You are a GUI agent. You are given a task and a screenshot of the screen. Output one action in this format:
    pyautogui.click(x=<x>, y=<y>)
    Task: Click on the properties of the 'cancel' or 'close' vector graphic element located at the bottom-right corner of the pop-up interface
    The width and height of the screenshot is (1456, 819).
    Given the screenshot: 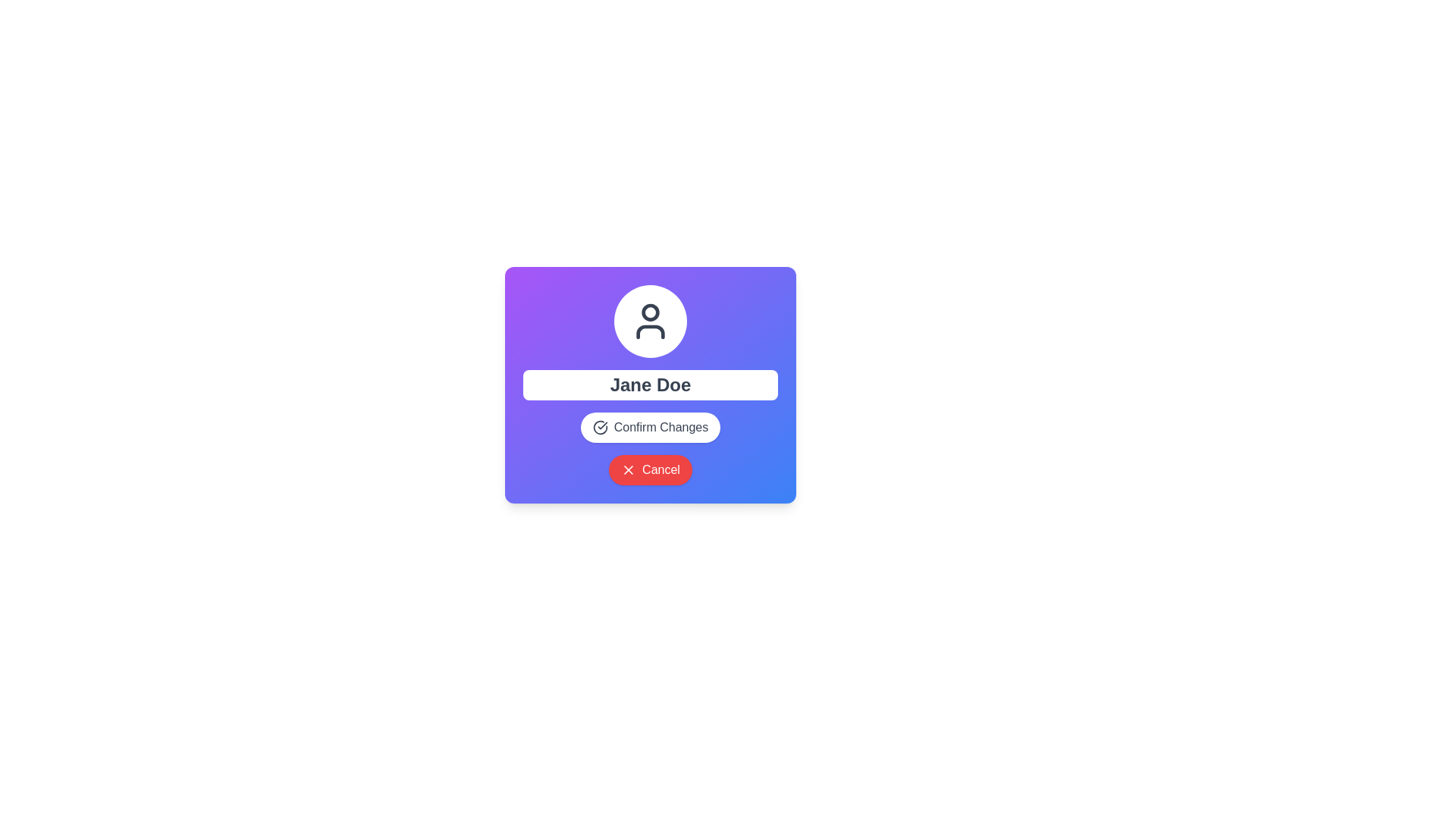 What is the action you would take?
    pyautogui.click(x=629, y=469)
    